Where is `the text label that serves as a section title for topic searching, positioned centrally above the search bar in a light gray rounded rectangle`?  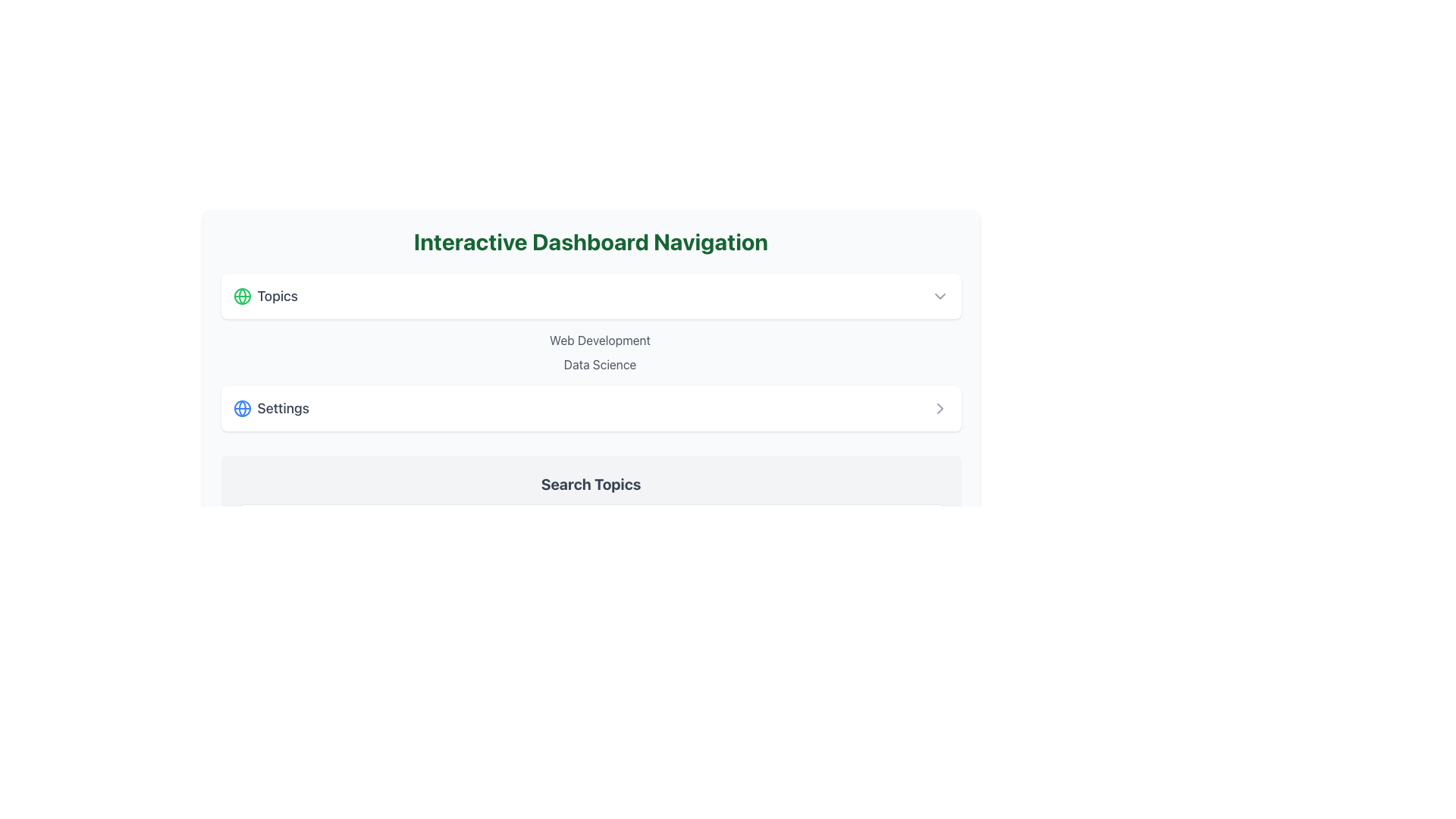 the text label that serves as a section title for topic searching, positioned centrally above the search bar in a light gray rounded rectangle is located at coordinates (590, 485).